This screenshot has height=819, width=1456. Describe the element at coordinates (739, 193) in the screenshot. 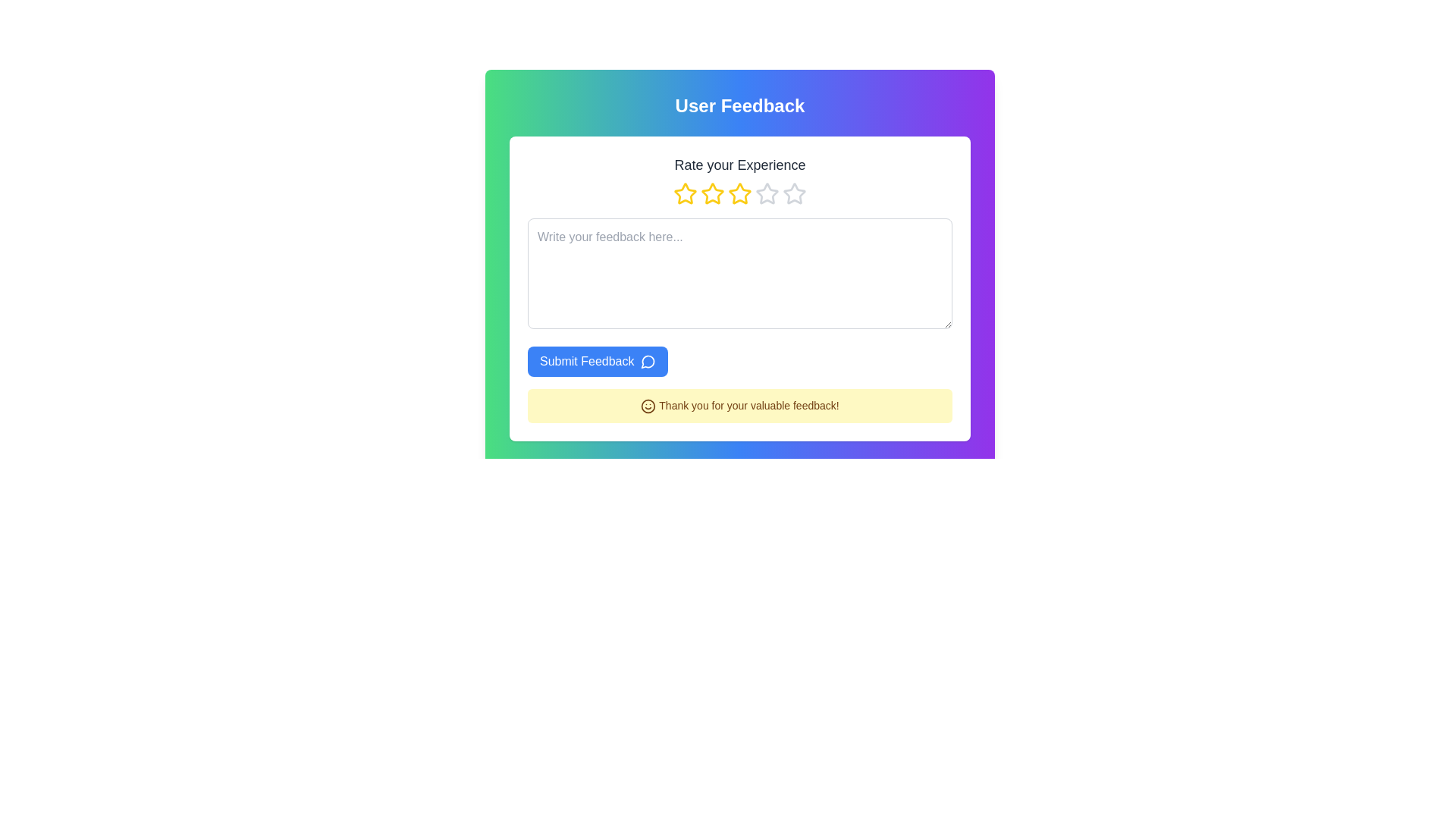

I see `the highlighted central rating star in the 'Rate your Experience' section` at that location.